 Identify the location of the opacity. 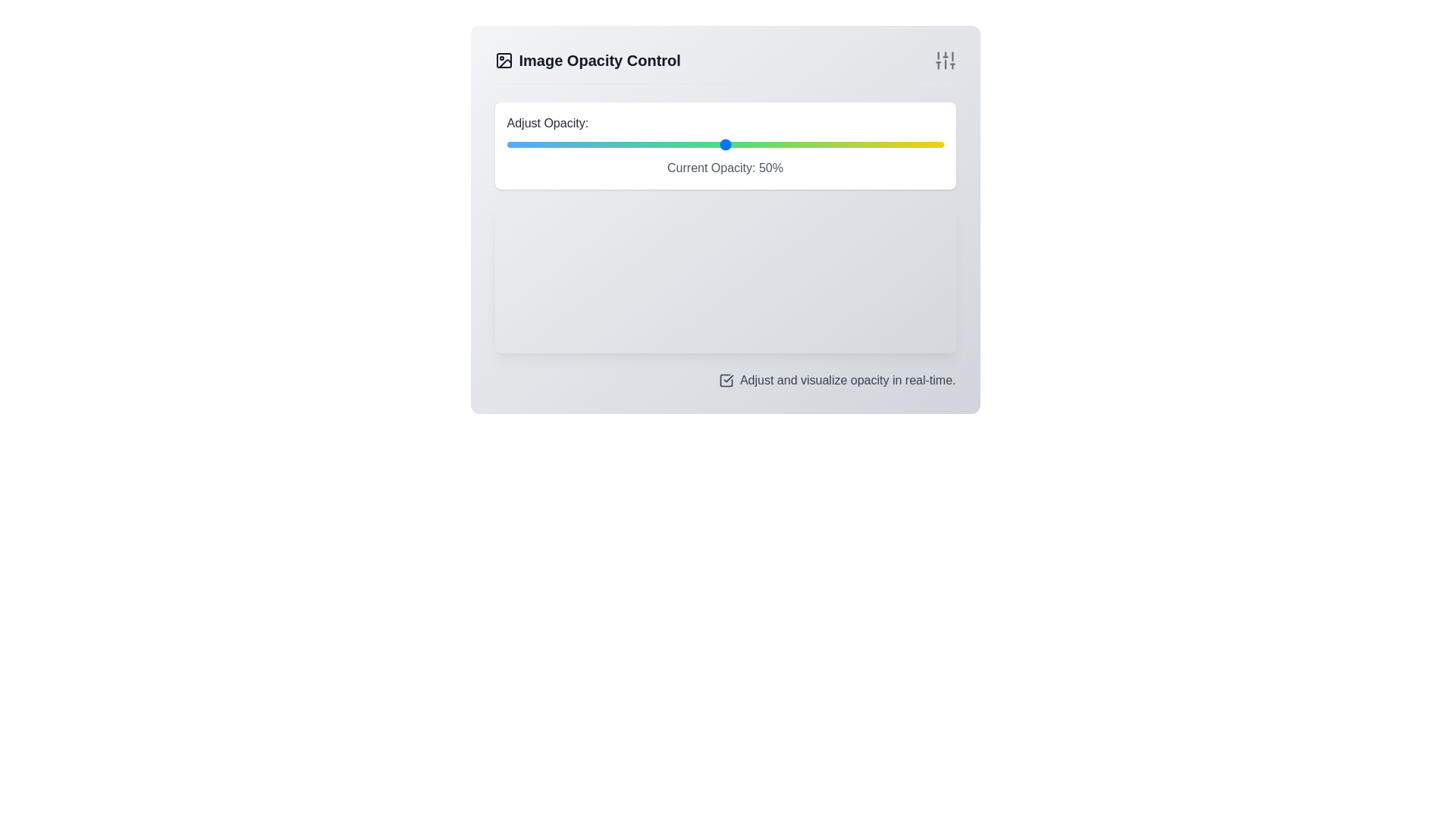
(676, 145).